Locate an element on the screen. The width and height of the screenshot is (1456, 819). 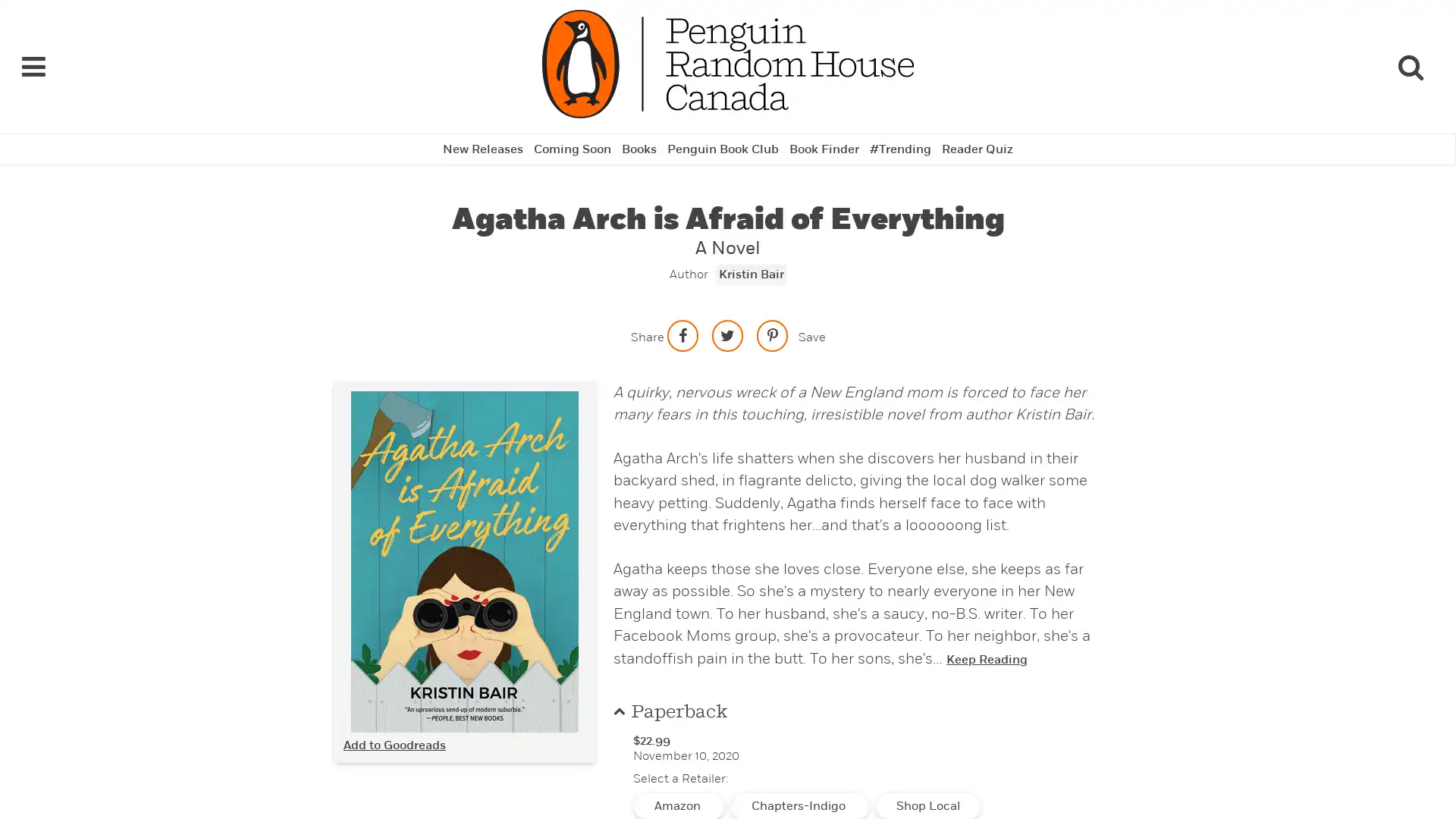
Amazon is located at coordinates (678, 755).